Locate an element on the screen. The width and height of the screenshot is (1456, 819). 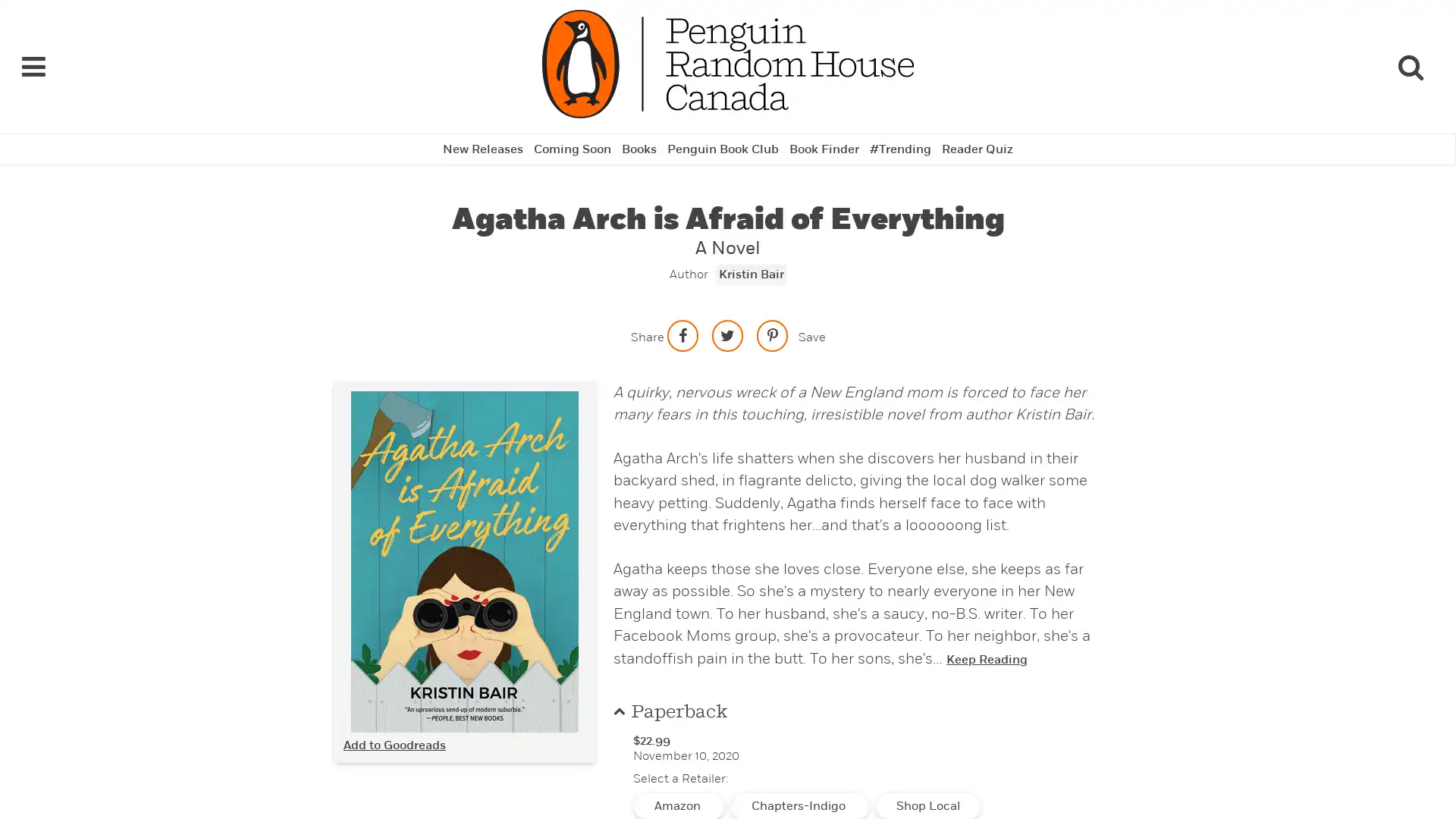
Amazon is located at coordinates (678, 755).